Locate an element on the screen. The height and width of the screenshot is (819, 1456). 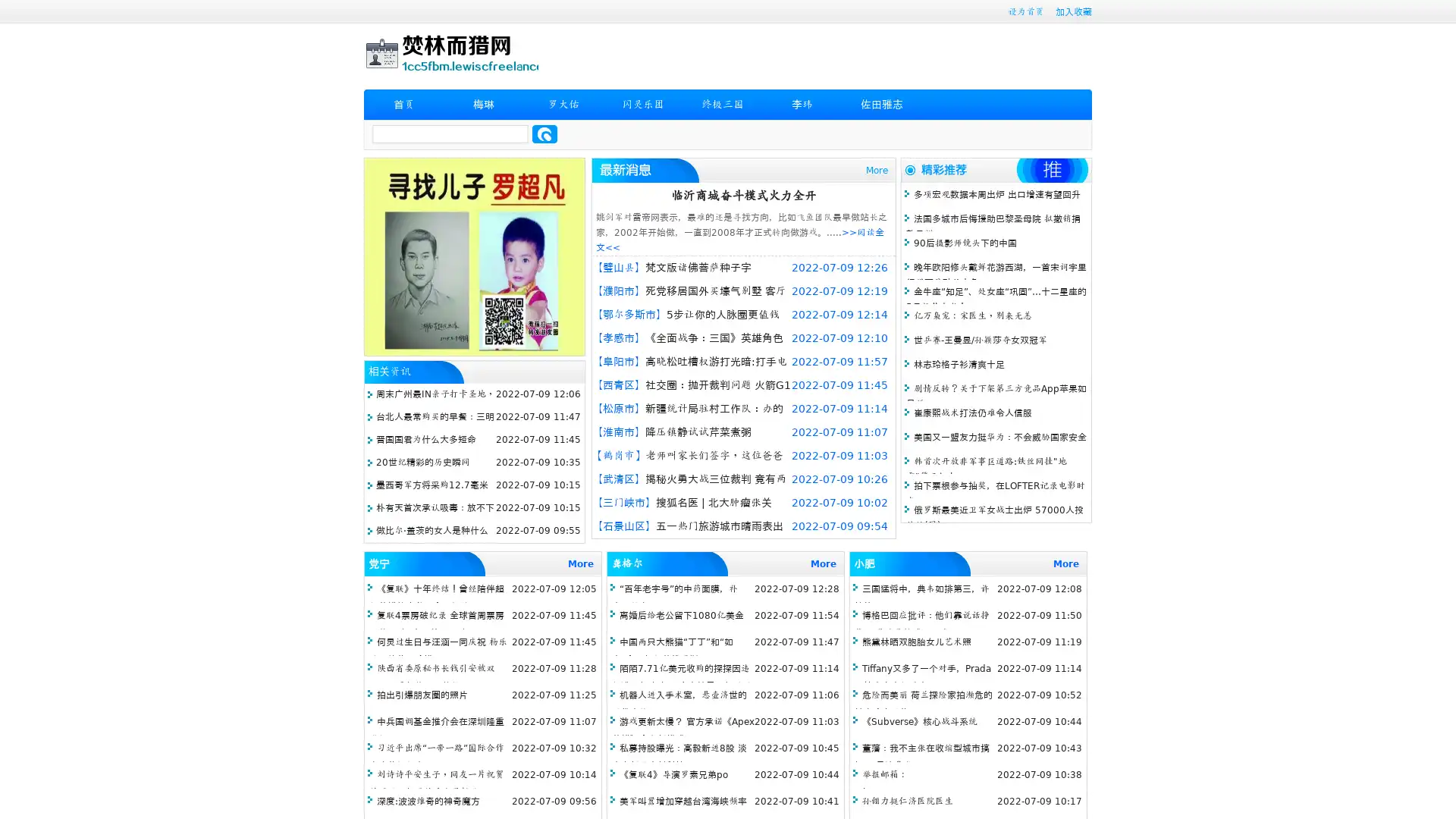
Search is located at coordinates (544, 133).